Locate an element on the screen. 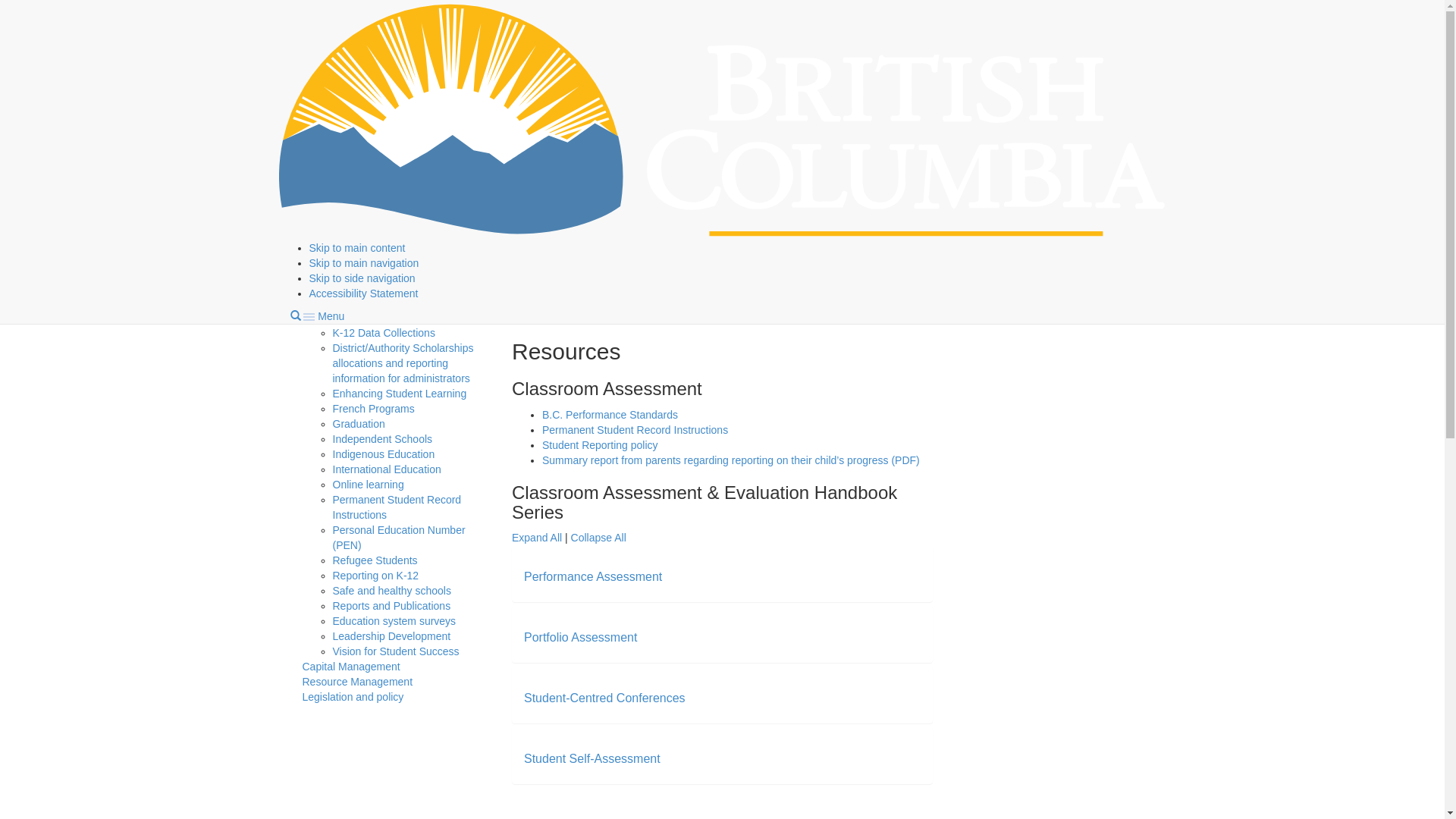 This screenshot has width=1456, height=819. 'Capital Management' is located at coordinates (350, 666).